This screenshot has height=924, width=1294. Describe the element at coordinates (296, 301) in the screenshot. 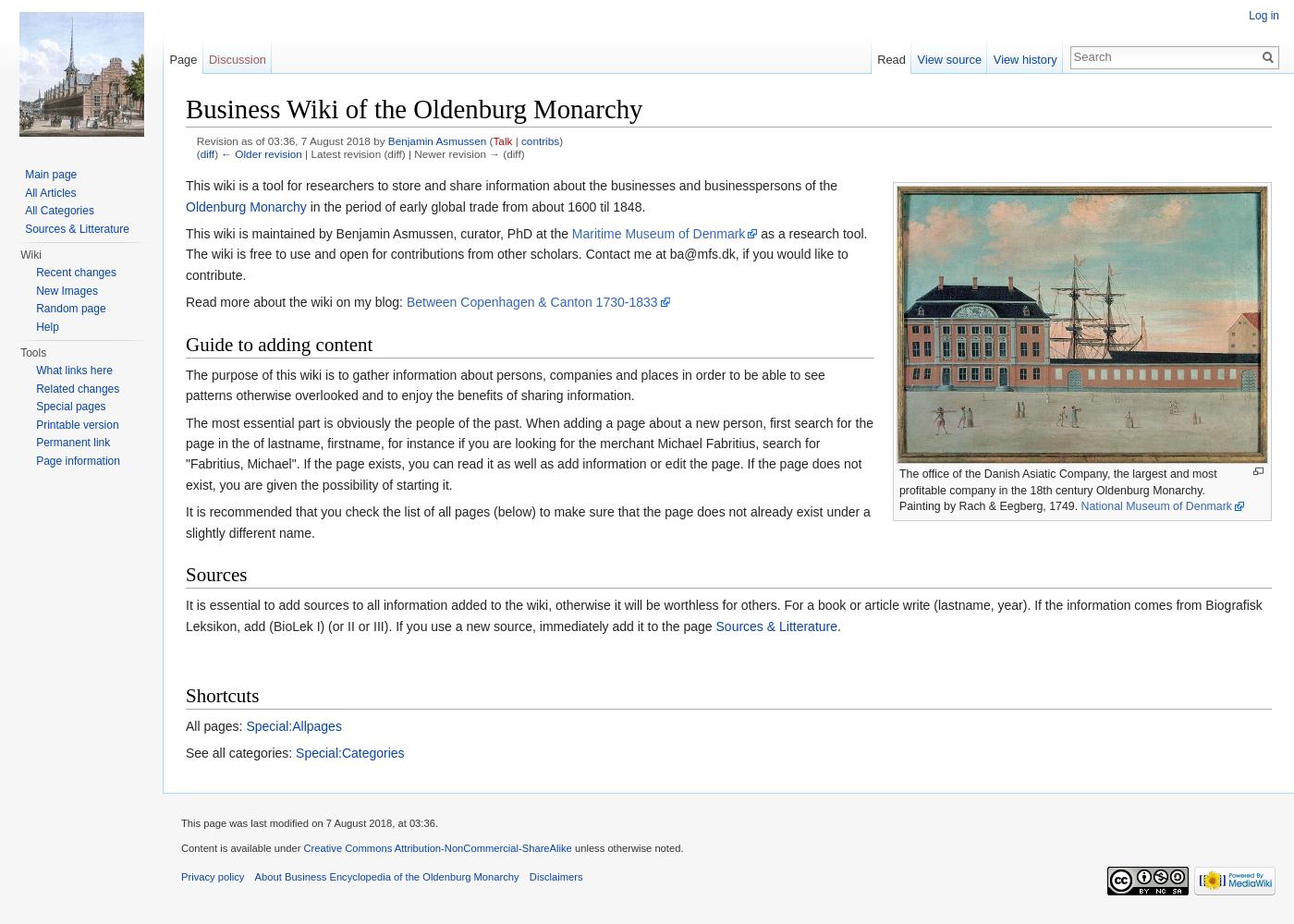

I see `'Read more about the wiki on my blog:'` at that location.